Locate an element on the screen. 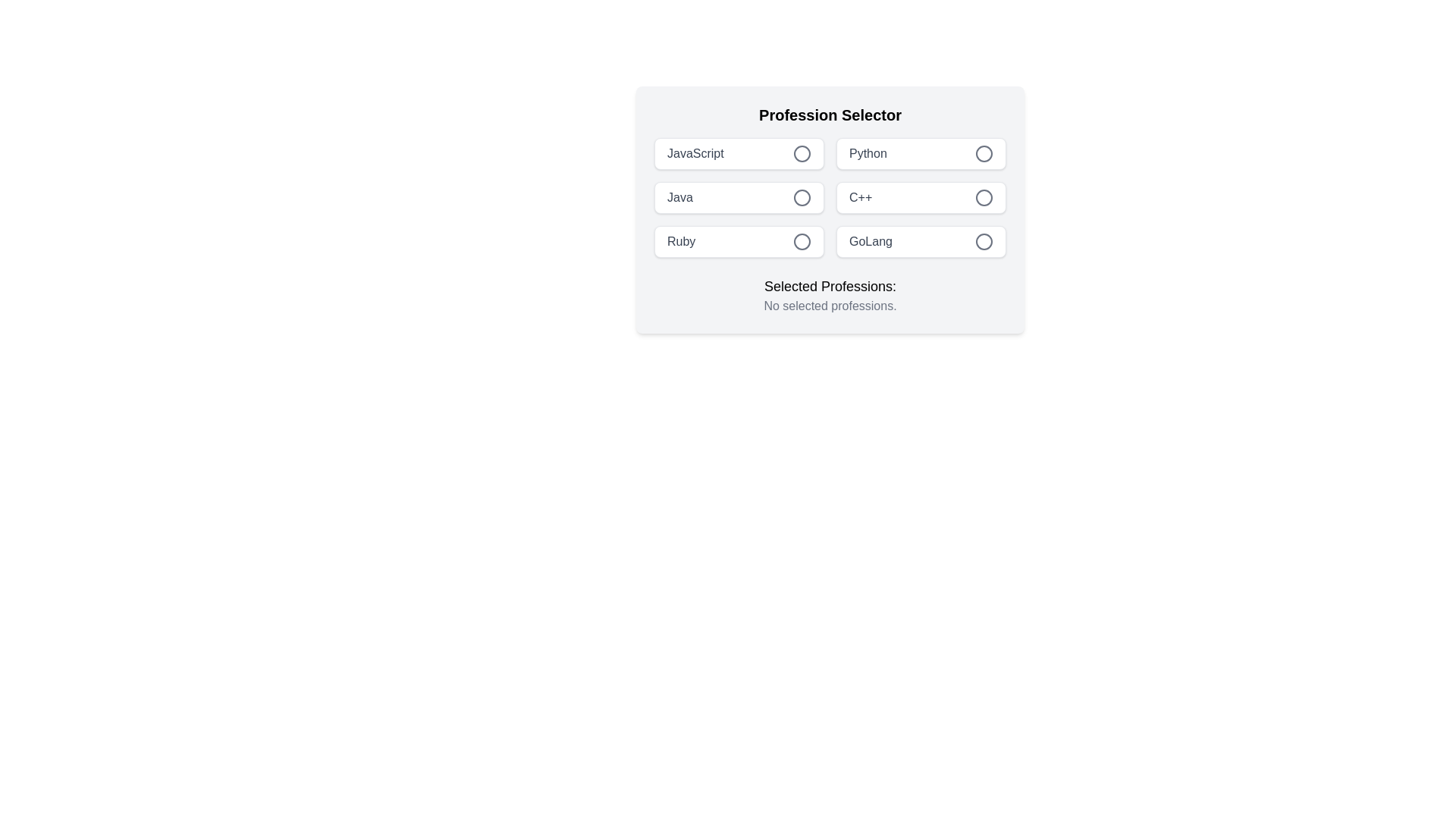 Image resolution: width=1456 pixels, height=819 pixels. the radio button styled with a light gray outline is located at coordinates (984, 197).